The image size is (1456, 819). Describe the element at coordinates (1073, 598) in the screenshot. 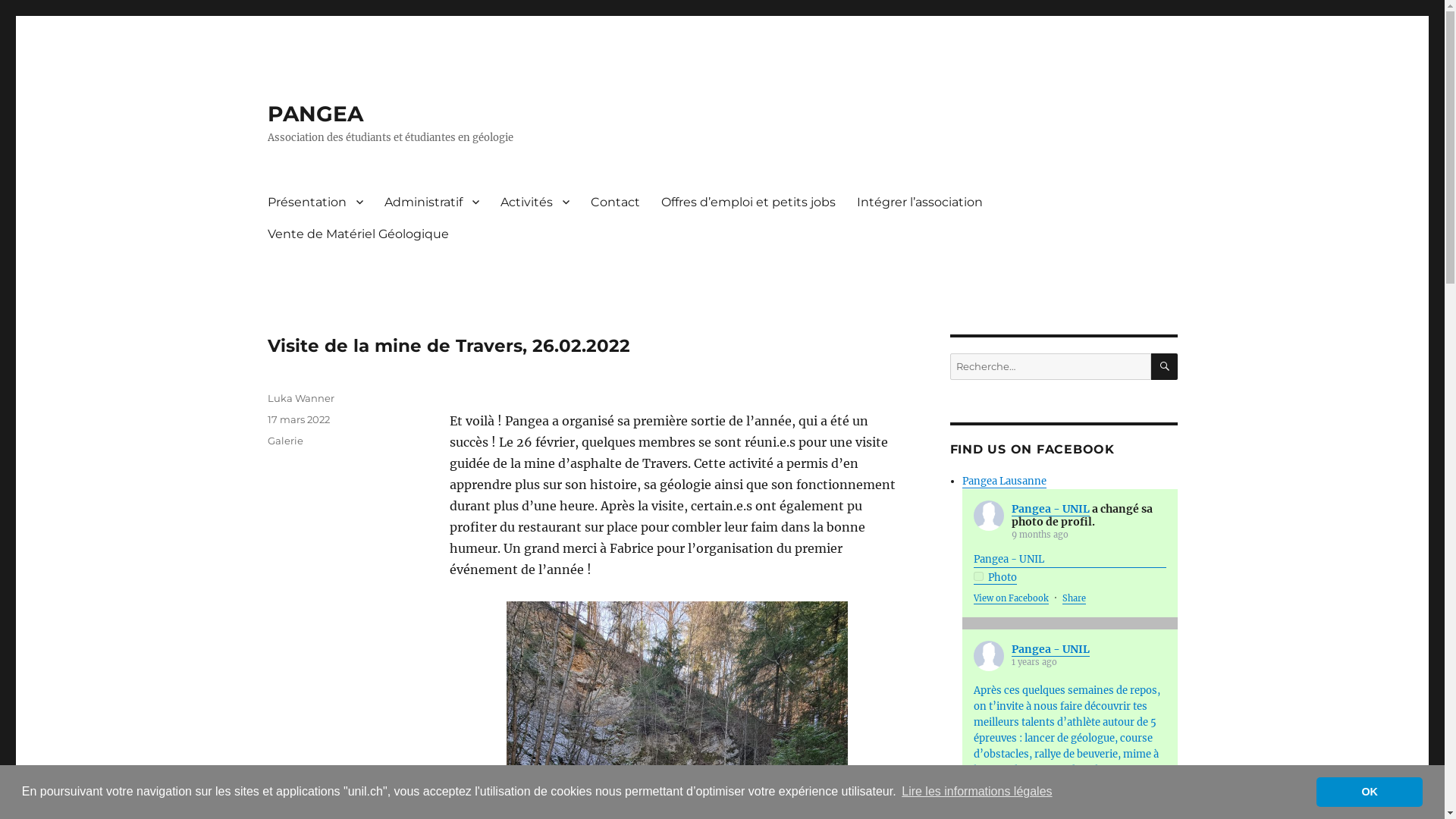

I see `'Share'` at that location.